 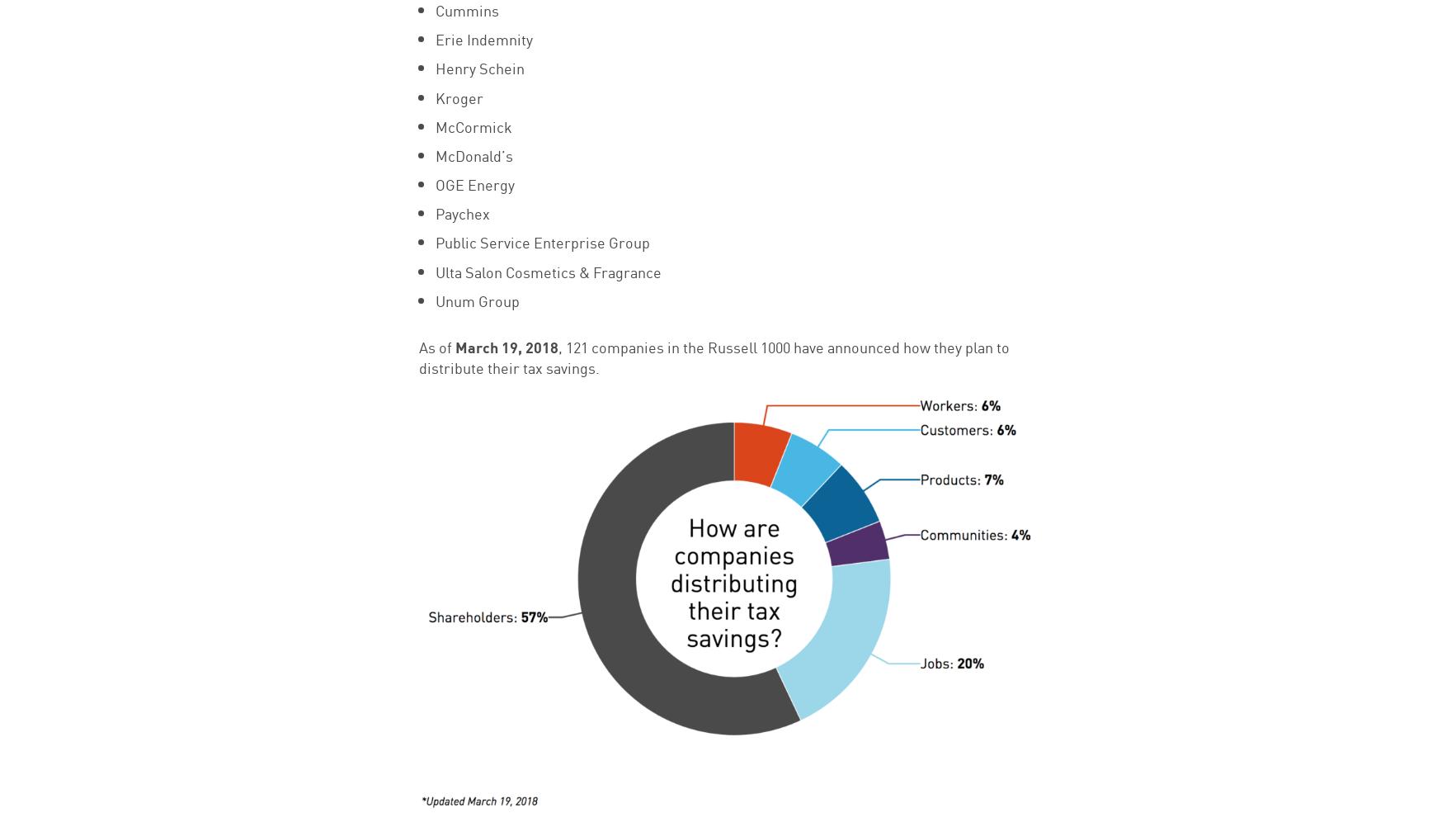 I want to click on 'As of', so click(x=435, y=346).